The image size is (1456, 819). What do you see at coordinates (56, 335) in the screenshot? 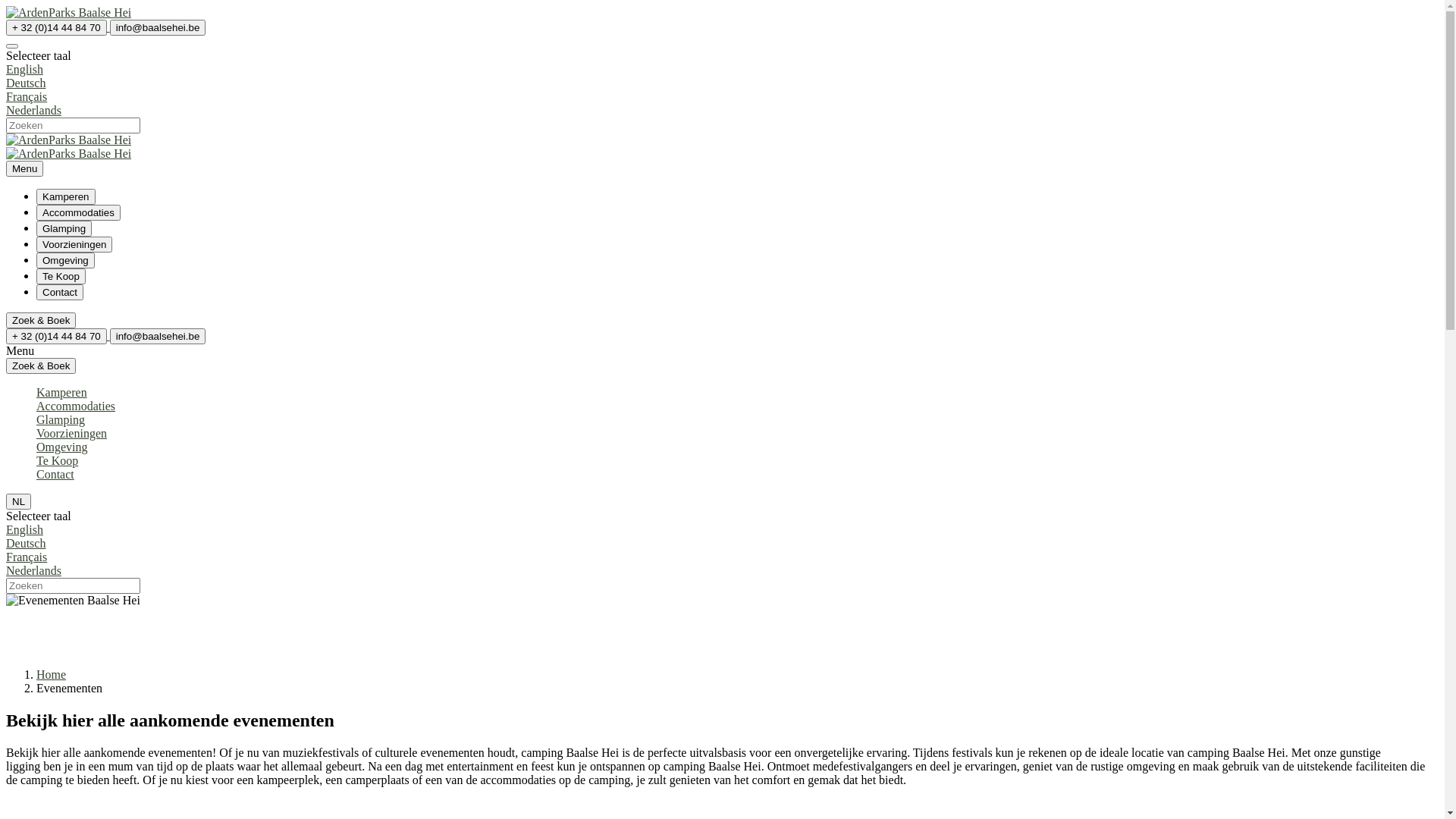
I see `'+ 32 (0)14 44 84 70'` at bounding box center [56, 335].